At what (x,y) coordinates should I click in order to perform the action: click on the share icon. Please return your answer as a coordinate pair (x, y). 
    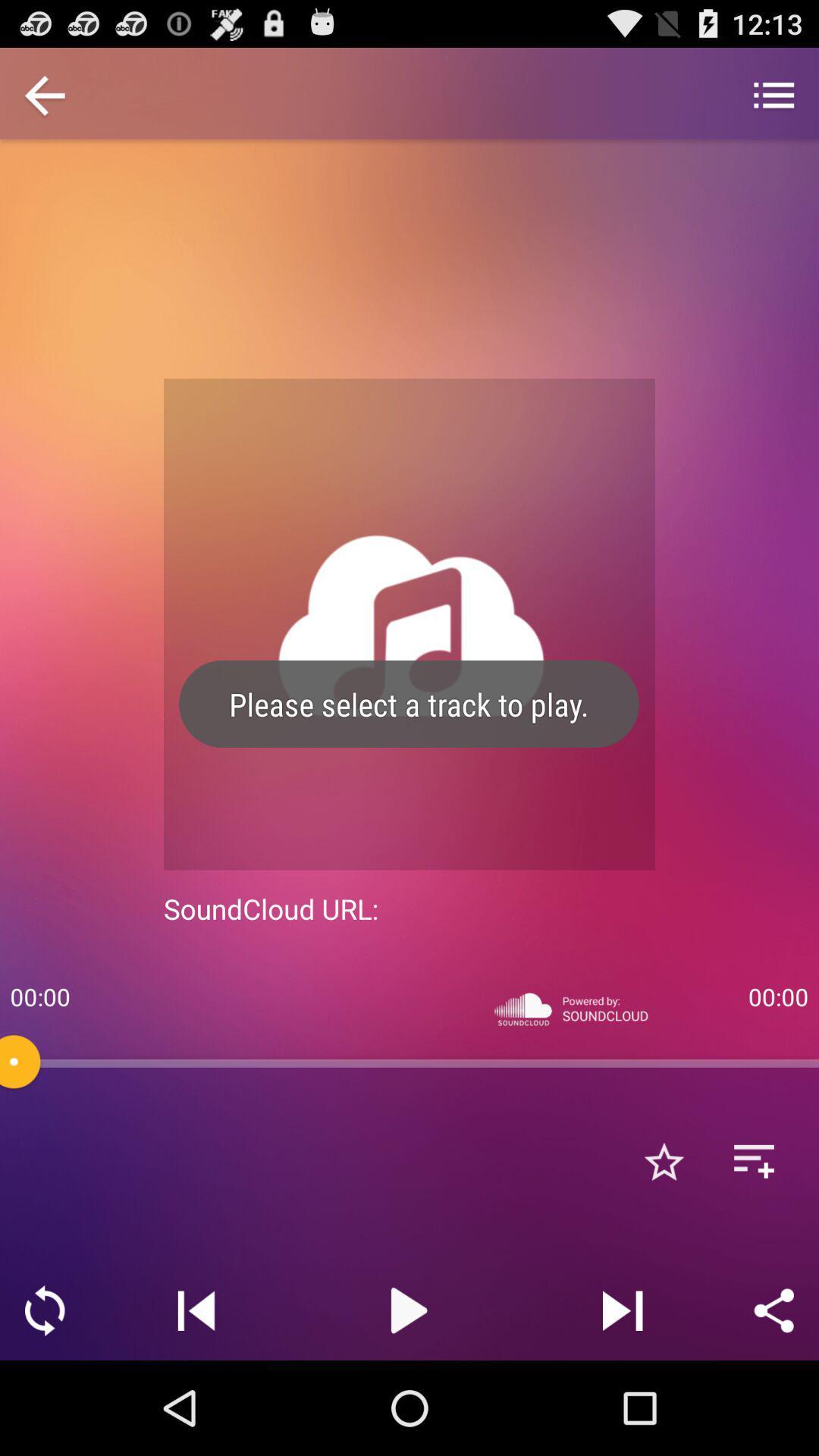
    Looking at the image, I should click on (773, 1401).